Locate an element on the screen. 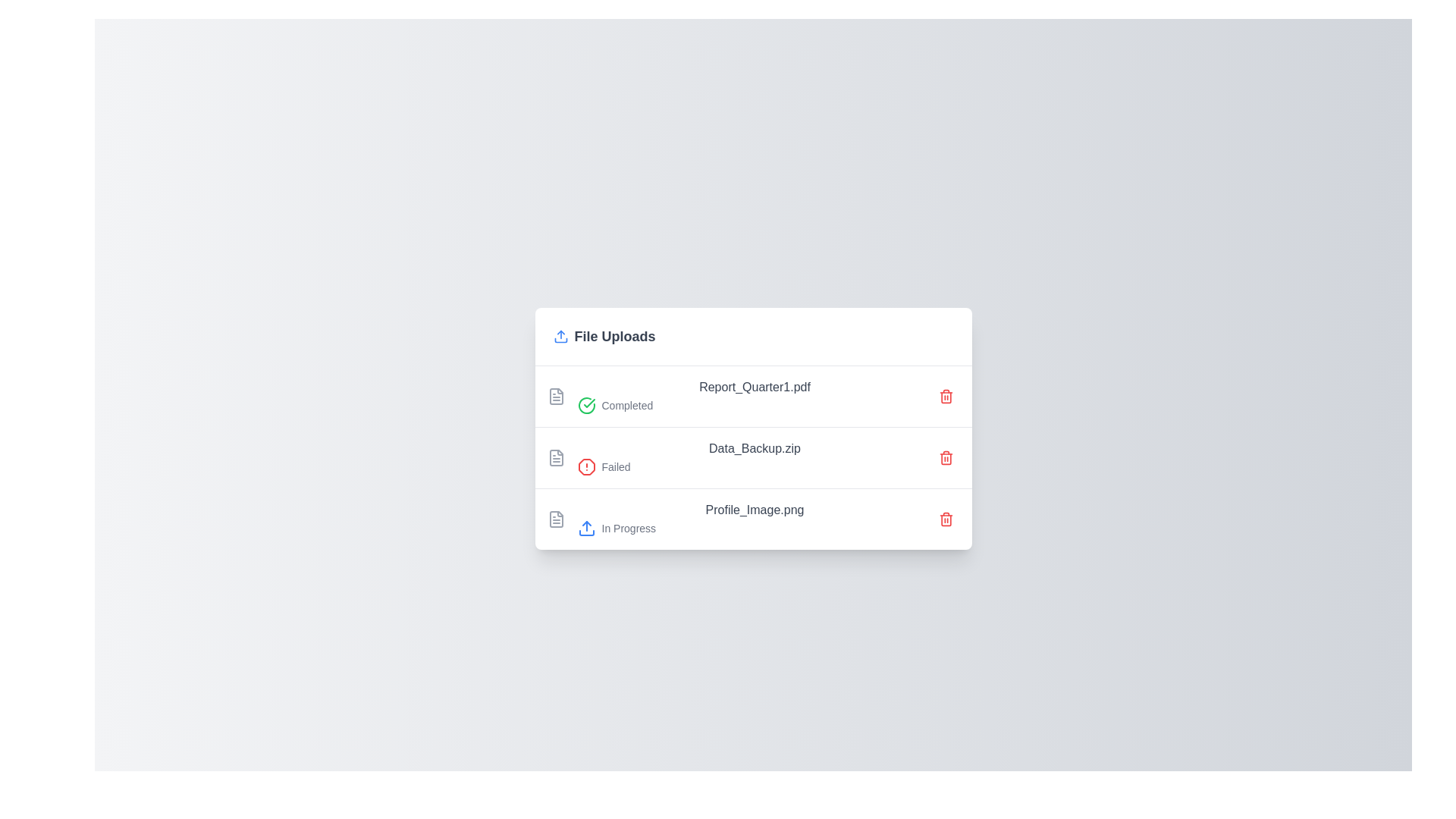 The image size is (1456, 819). the second status icon in the list, which indicates an error or failure state for the 'Data_Backup.zip' file entry is located at coordinates (585, 466).